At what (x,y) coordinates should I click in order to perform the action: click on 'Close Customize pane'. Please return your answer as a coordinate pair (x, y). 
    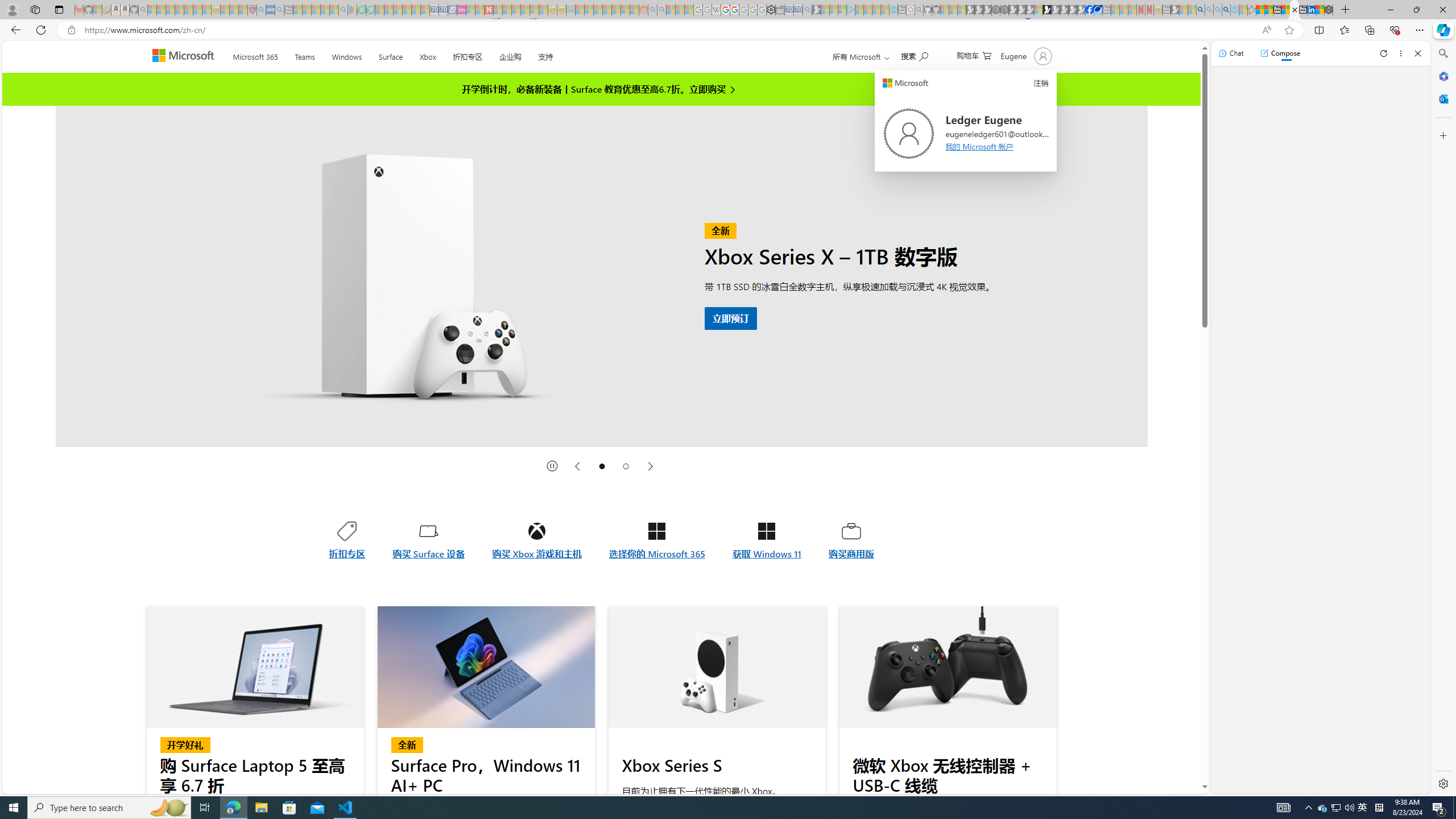
    Looking at the image, I should click on (1442, 135).